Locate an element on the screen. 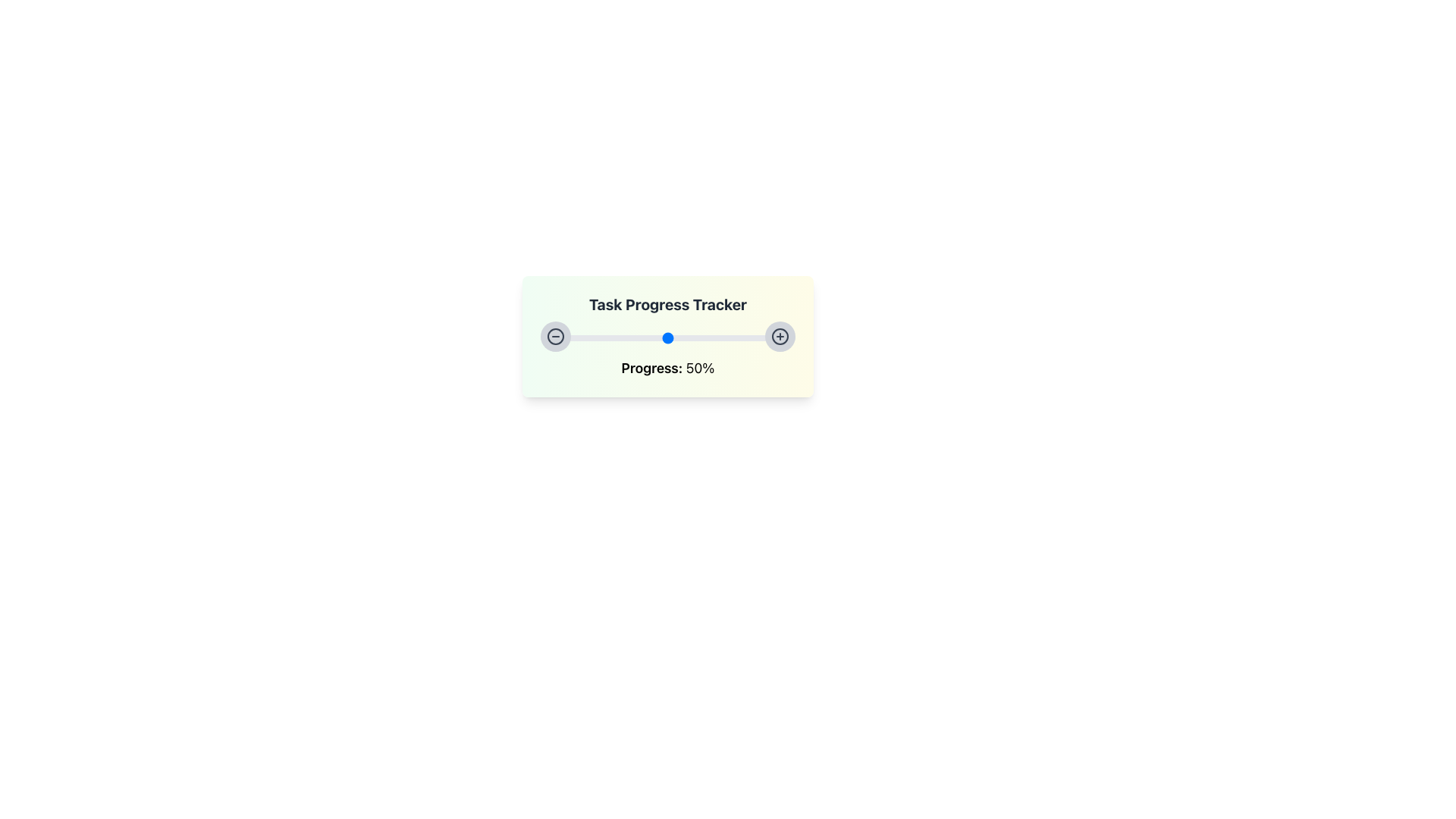  the slider is located at coordinates (705, 337).